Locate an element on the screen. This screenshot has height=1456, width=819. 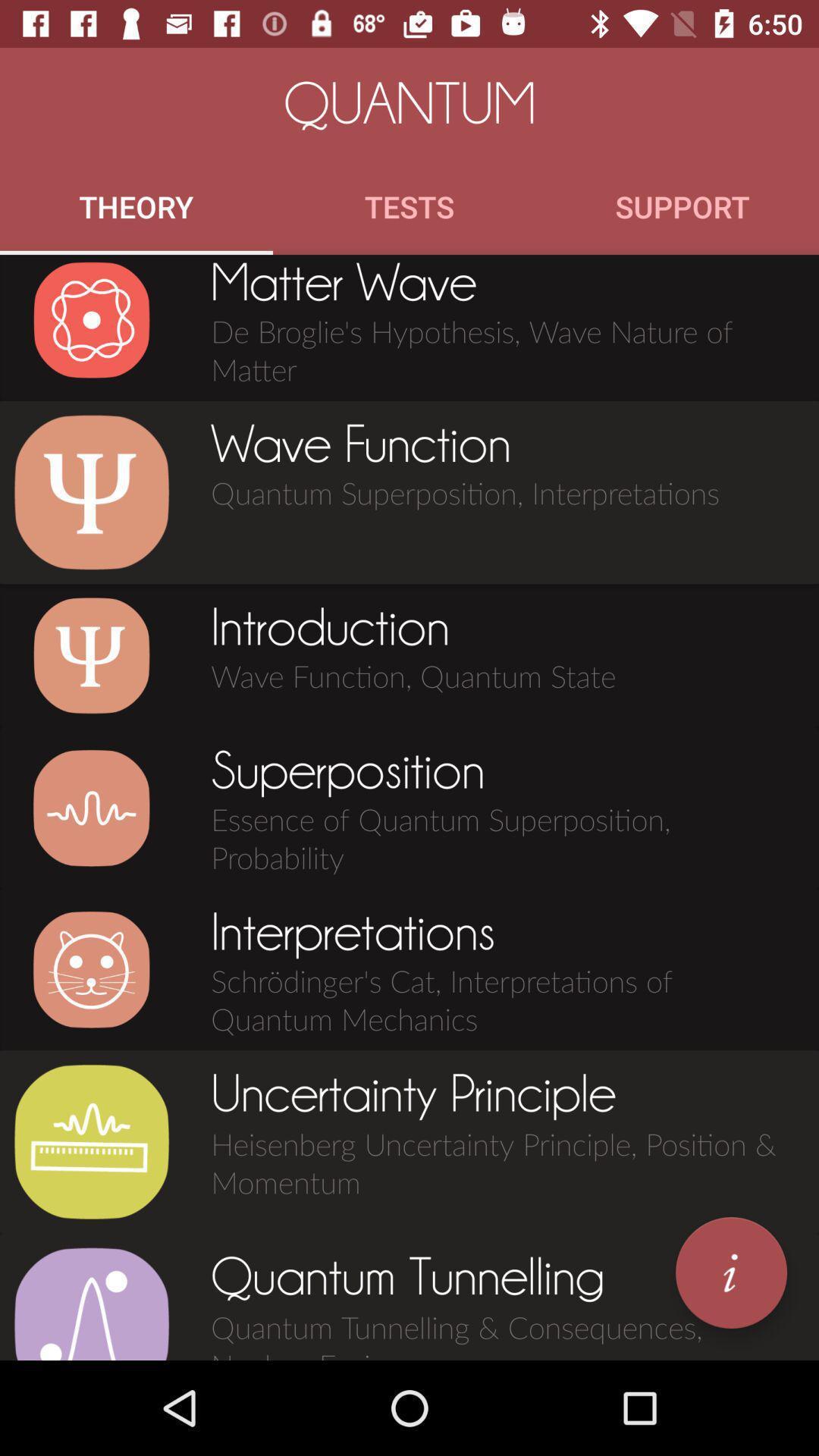
the icon to the left of matter wave is located at coordinates (91, 319).